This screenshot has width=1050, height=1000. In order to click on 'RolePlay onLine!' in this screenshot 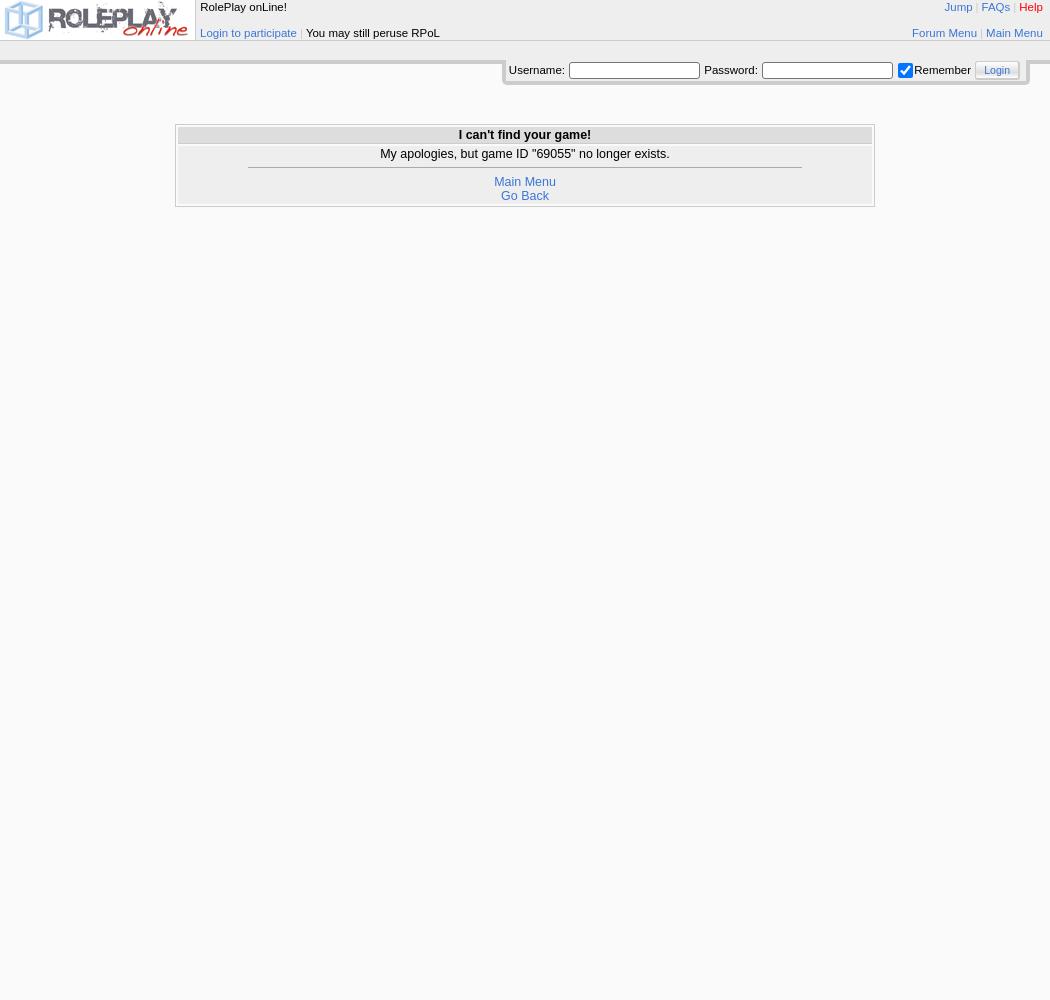, I will do `click(242, 7)`.